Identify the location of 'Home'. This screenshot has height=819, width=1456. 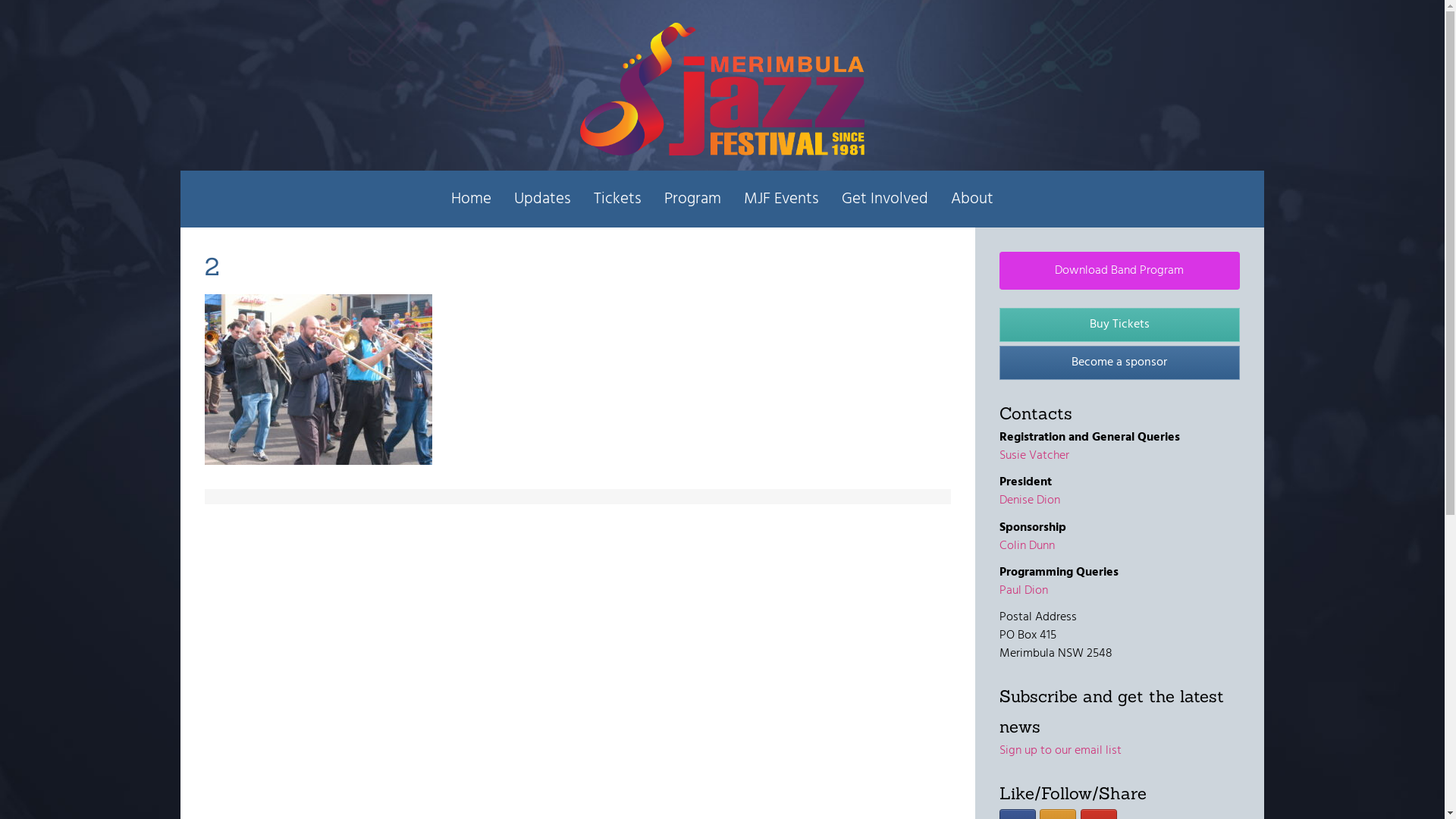
(470, 198).